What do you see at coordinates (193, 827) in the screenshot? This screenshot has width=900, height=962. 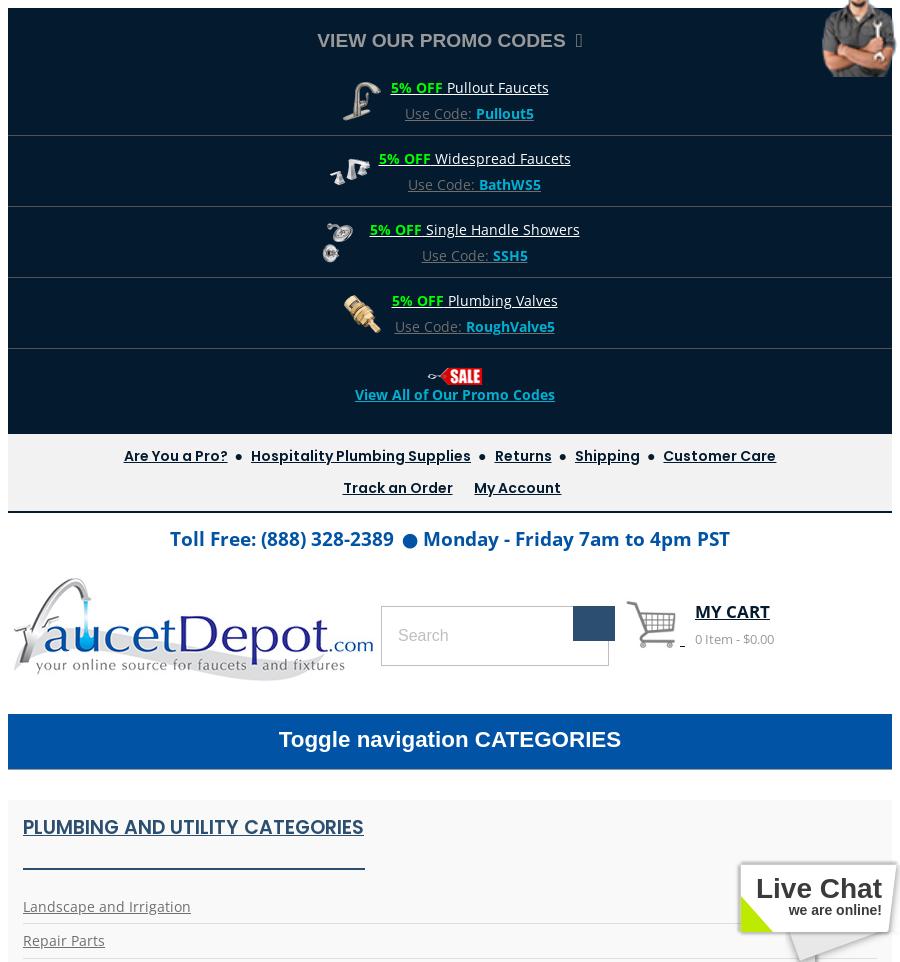 I see `'PLUMBING AND UTILITY Categories'` at bounding box center [193, 827].